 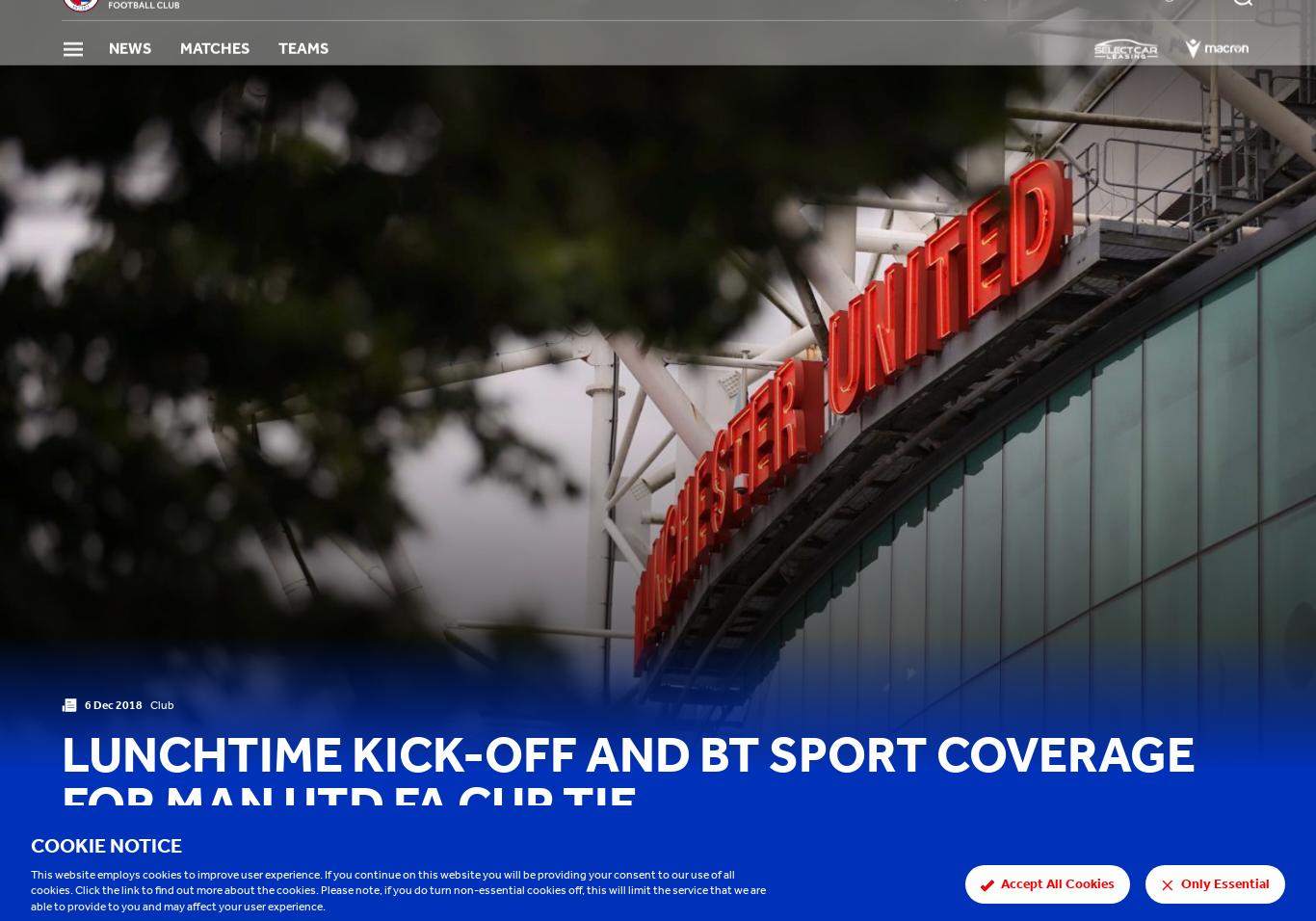 What do you see at coordinates (1116, 26) in the screenshot?
I see `'Fanstore'` at bounding box center [1116, 26].